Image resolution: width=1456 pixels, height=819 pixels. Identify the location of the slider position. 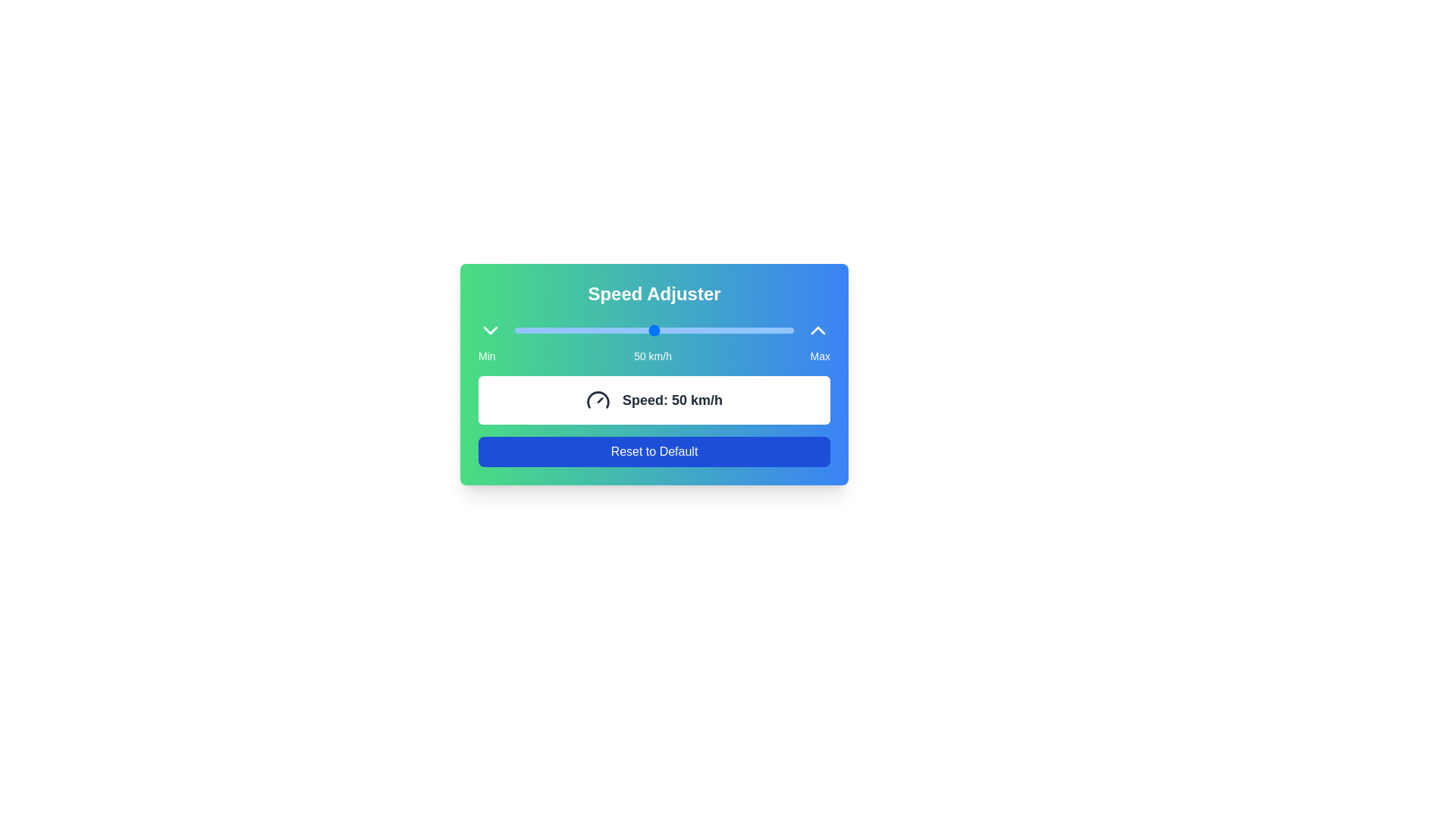
(704, 329).